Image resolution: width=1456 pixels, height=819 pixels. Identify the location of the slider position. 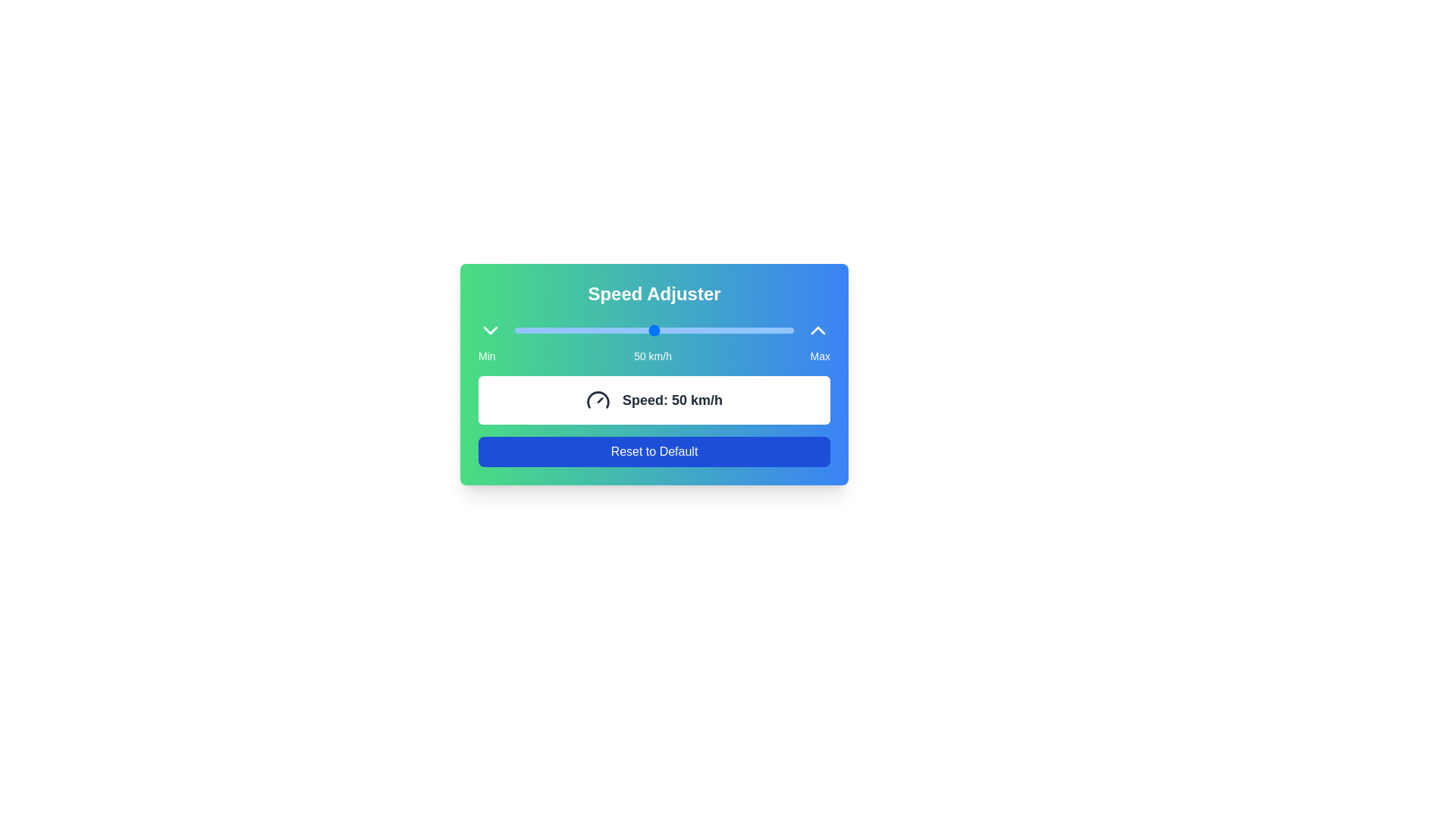
(704, 329).